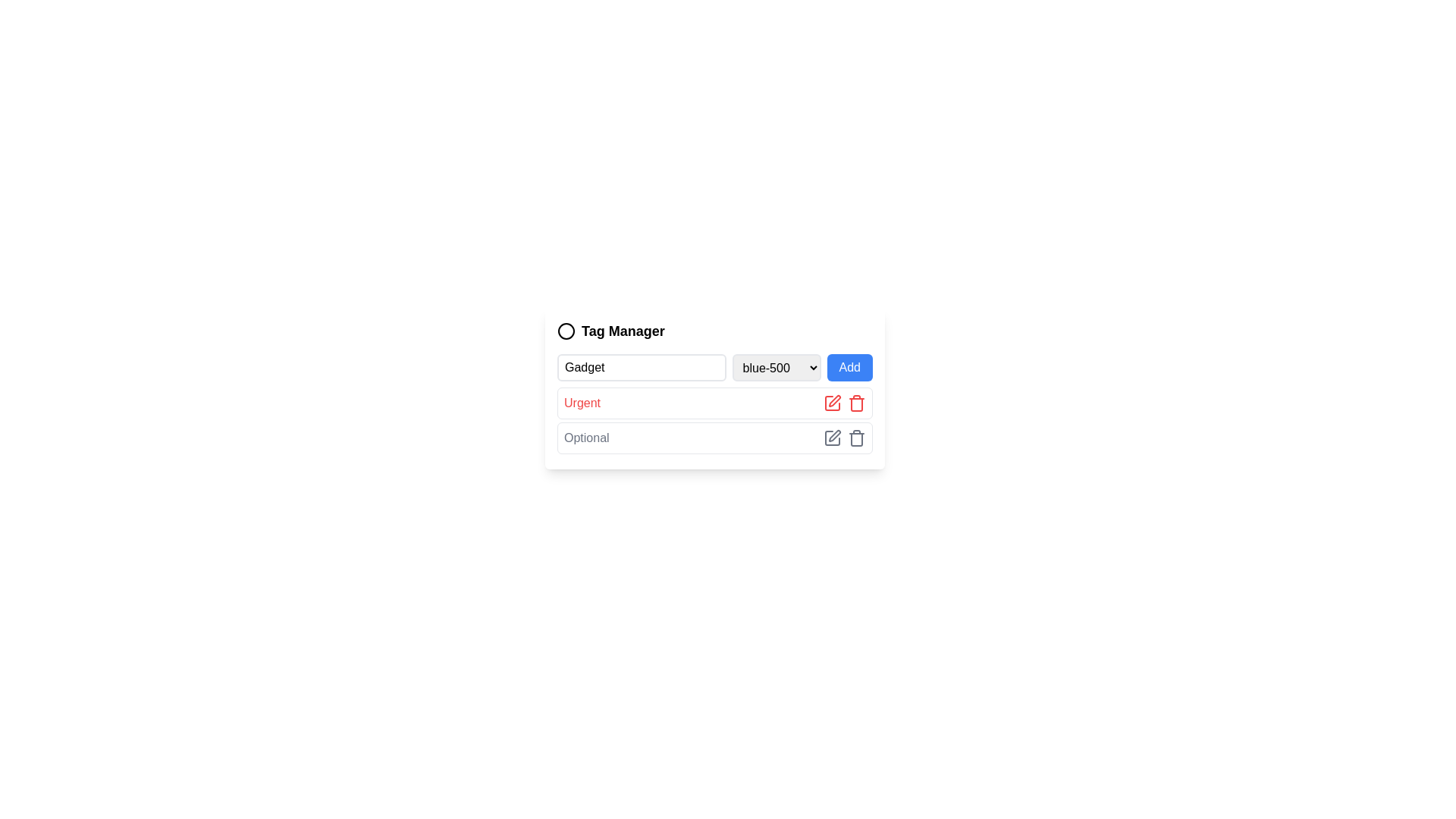 The image size is (1456, 819). What do you see at coordinates (714, 368) in the screenshot?
I see `an option from the dropdown menu located beside the input field labeled 'New Tag Name' in the composite UI component under the 'Tag Manager' header` at bounding box center [714, 368].